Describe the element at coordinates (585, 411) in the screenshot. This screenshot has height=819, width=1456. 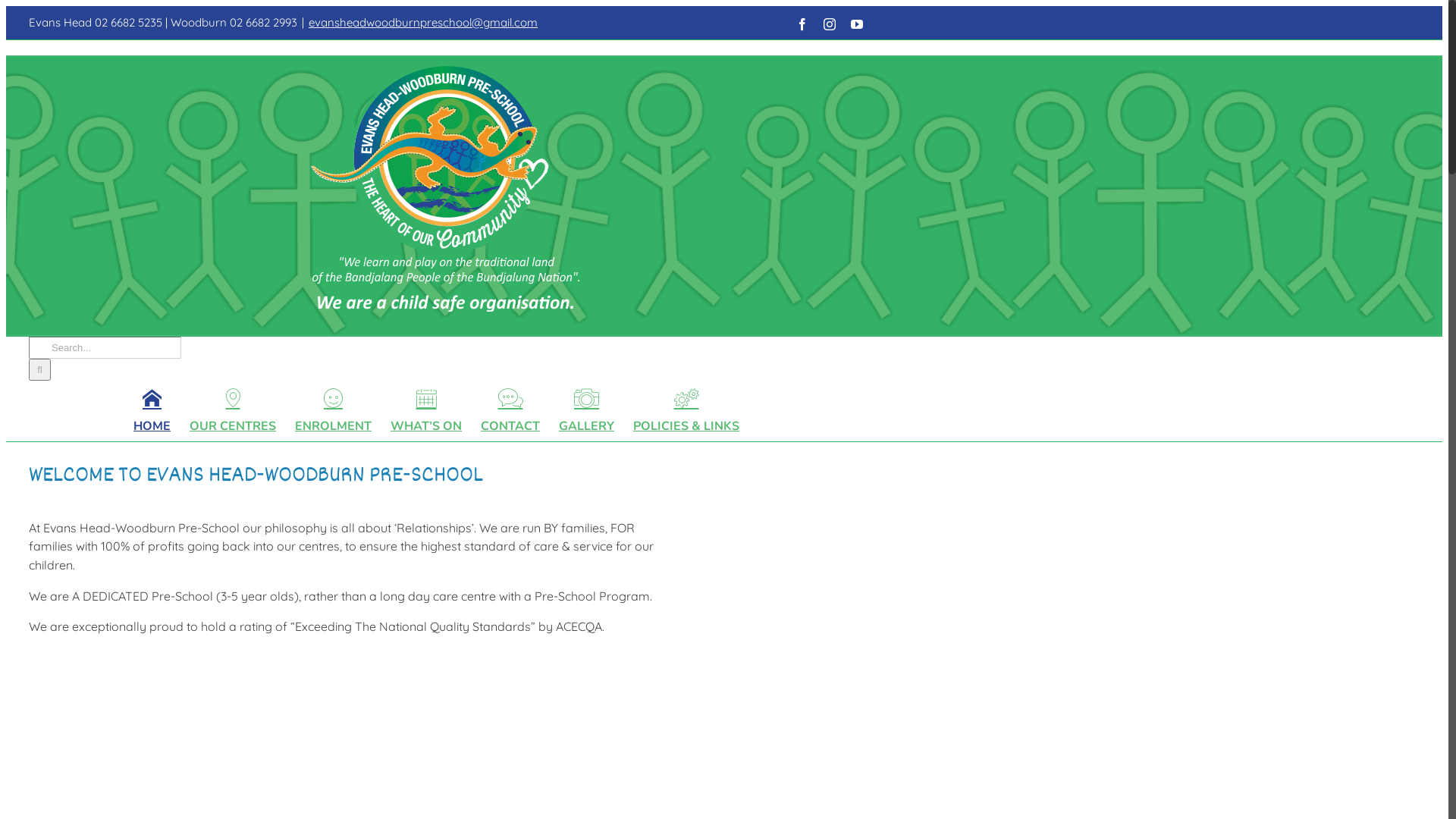
I see `'GALLERY'` at that location.